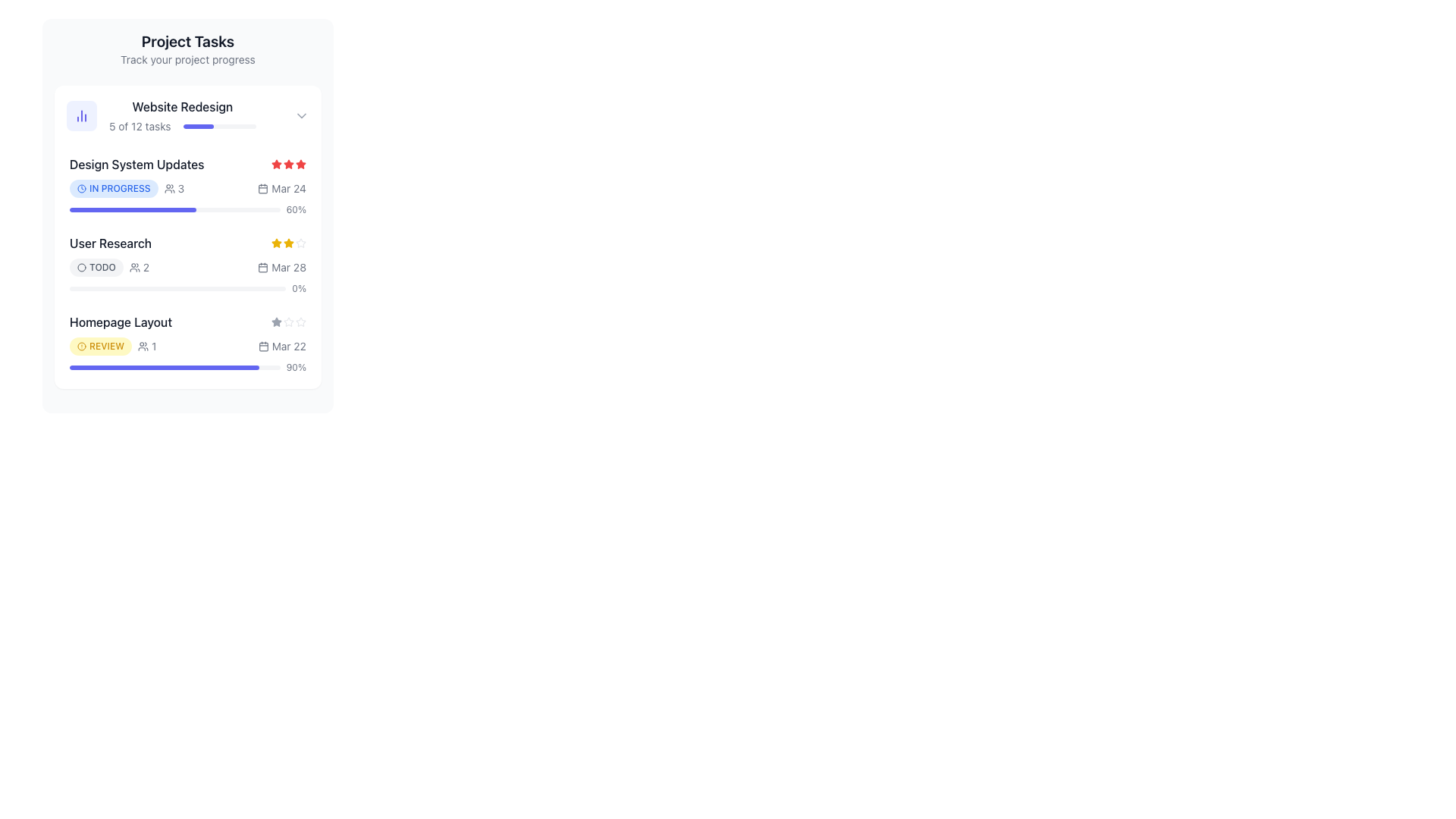 This screenshot has height=819, width=1456. What do you see at coordinates (187, 188) in the screenshot?
I see `the Informative status indicator located below the title in the 'Project Tasks' section` at bounding box center [187, 188].